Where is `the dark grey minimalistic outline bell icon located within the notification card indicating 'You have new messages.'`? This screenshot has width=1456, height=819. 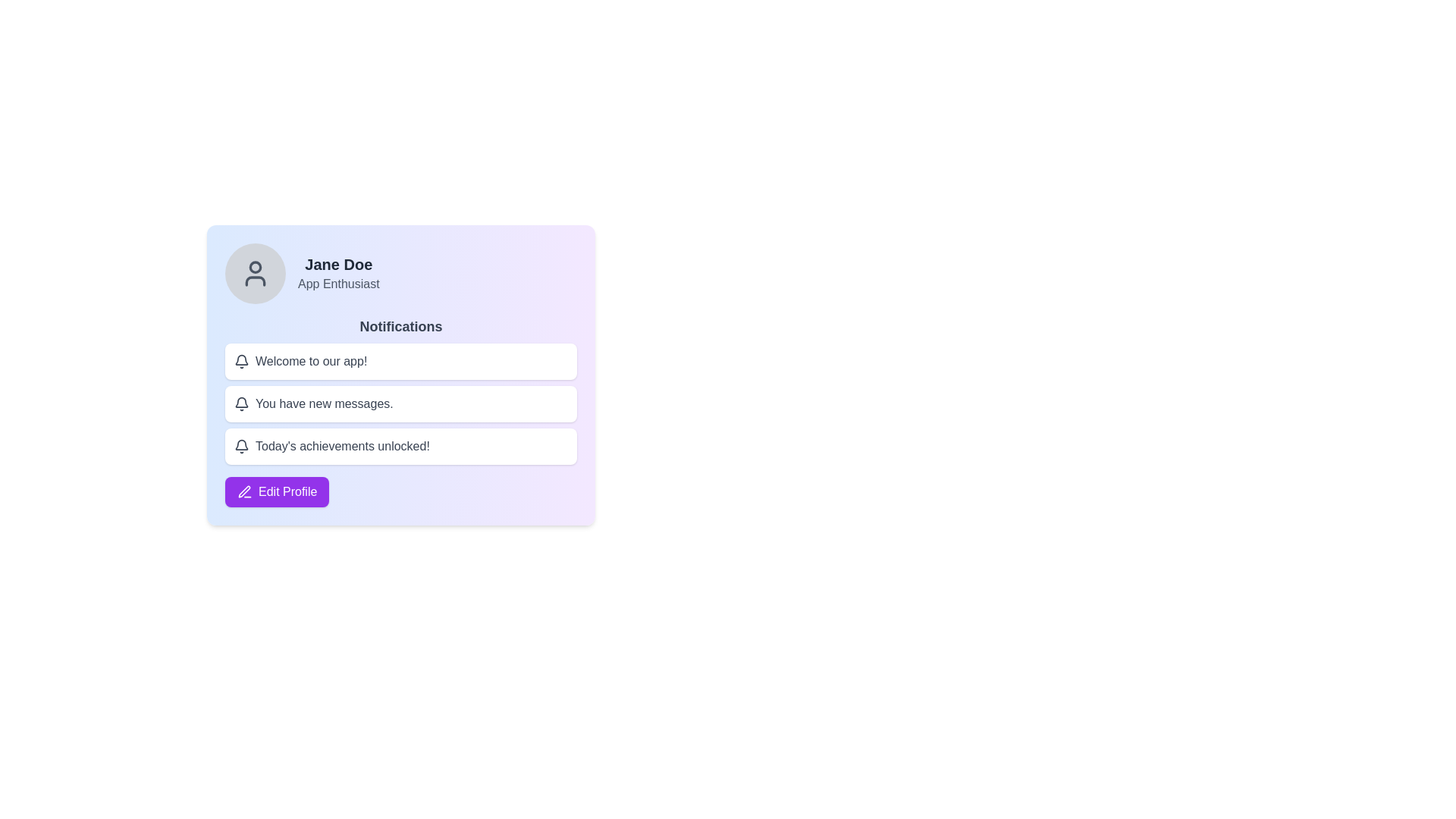
the dark grey minimalistic outline bell icon located within the notification card indicating 'You have new messages.' is located at coordinates (240, 403).